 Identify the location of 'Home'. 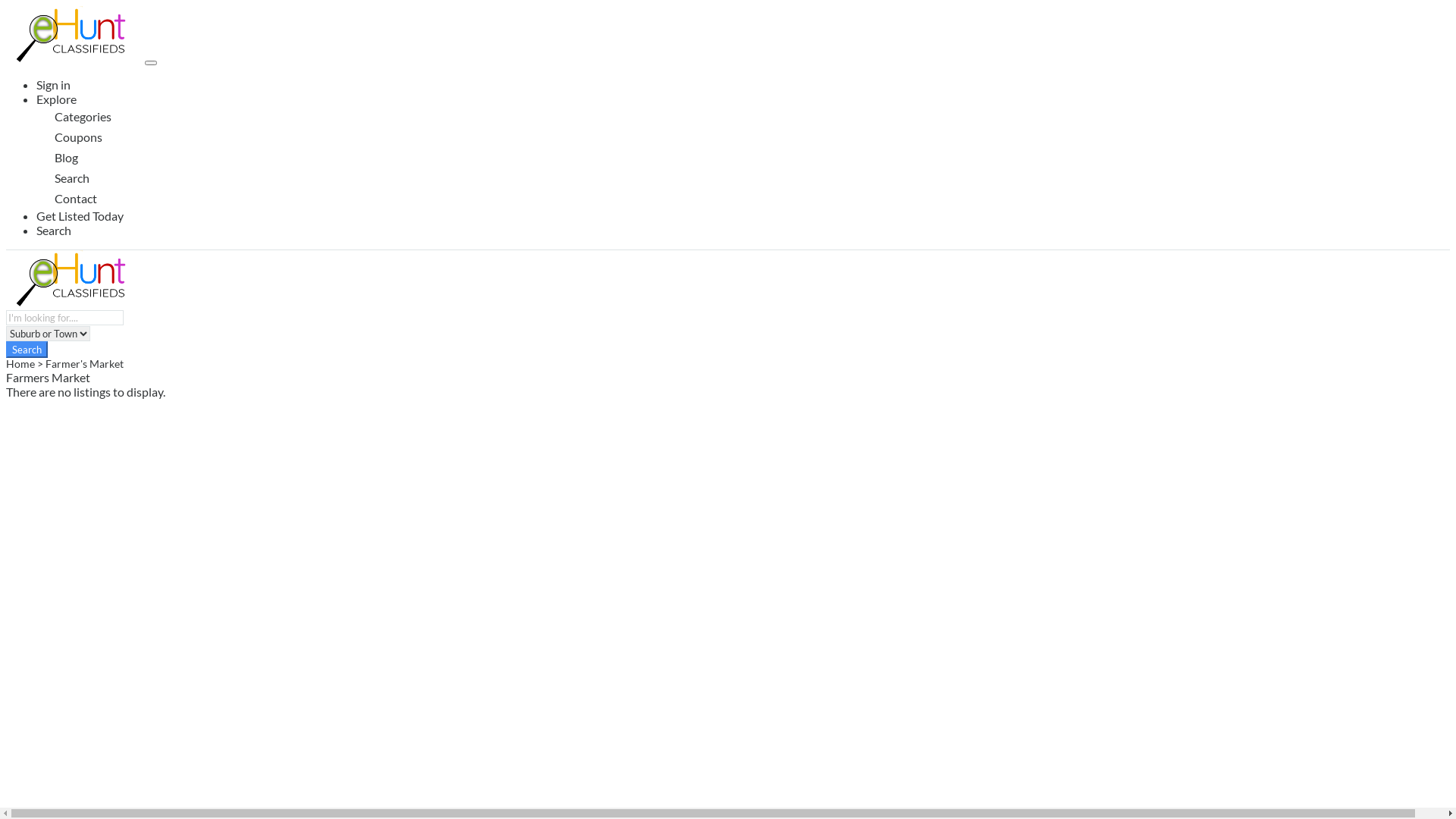
(20, 363).